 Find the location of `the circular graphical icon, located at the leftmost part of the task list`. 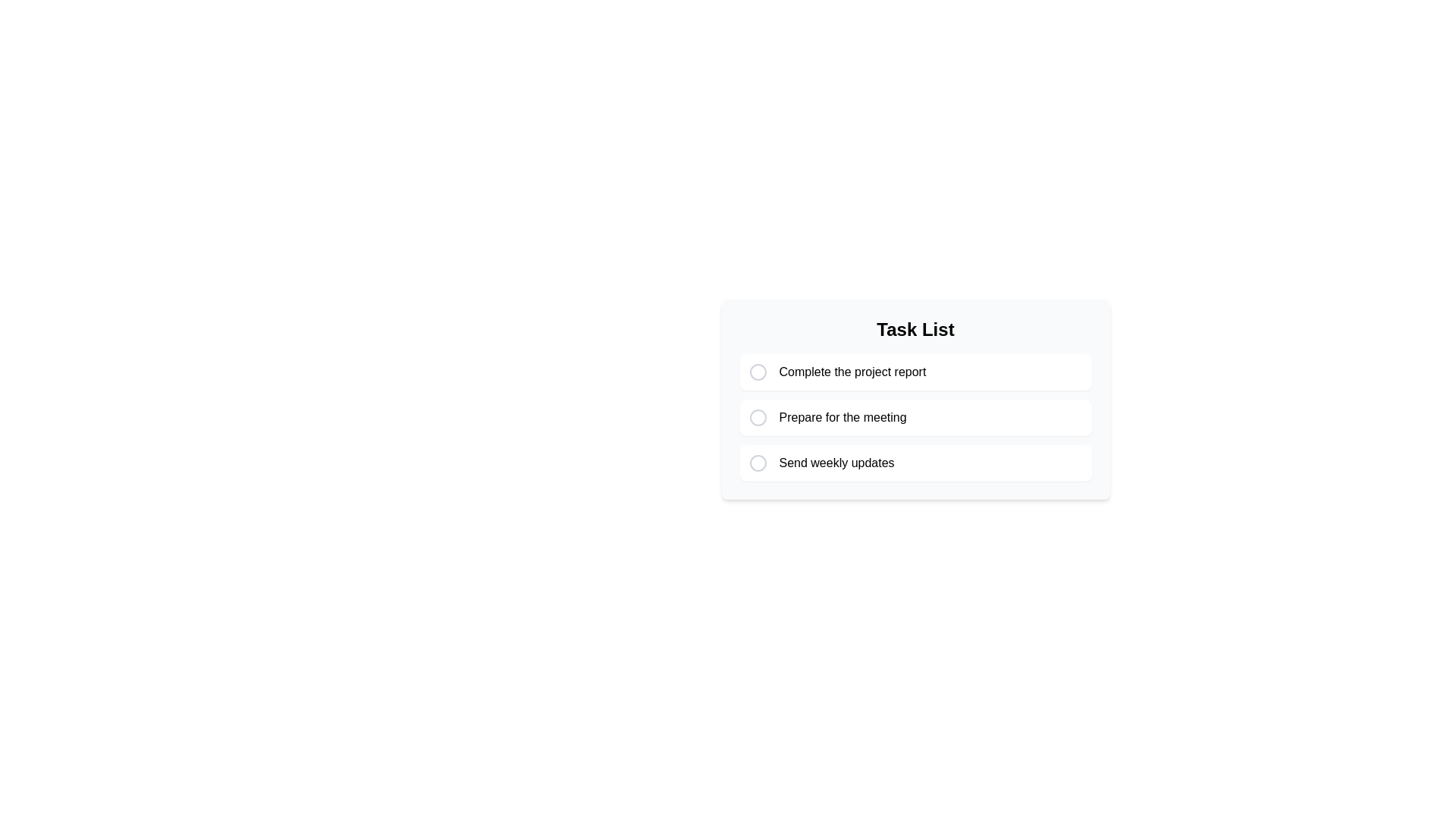

the circular graphical icon, located at the leftmost part of the task list is located at coordinates (758, 372).